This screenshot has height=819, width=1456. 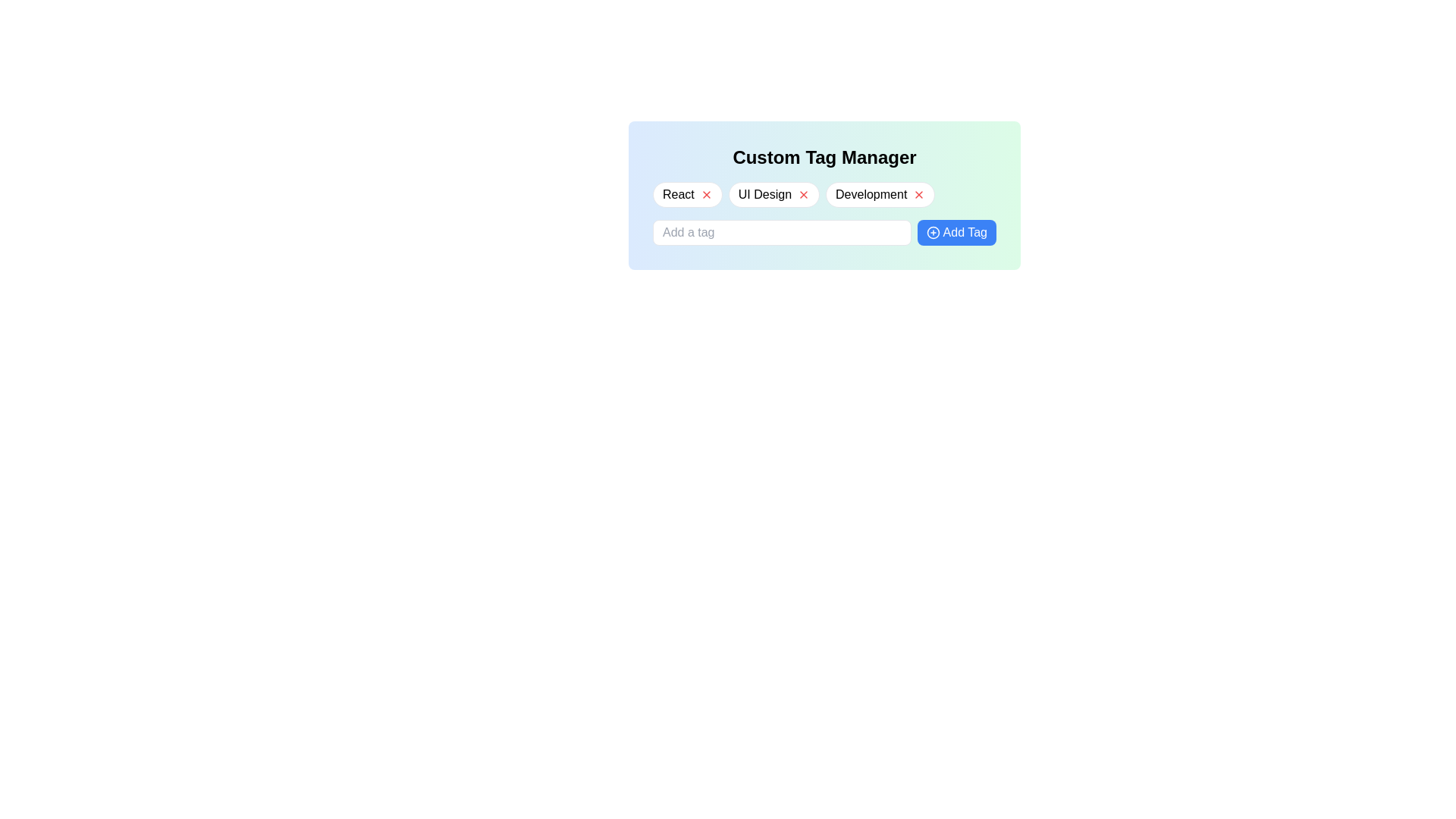 I want to click on the button located to the right of the text input field, so click(x=955, y=233).